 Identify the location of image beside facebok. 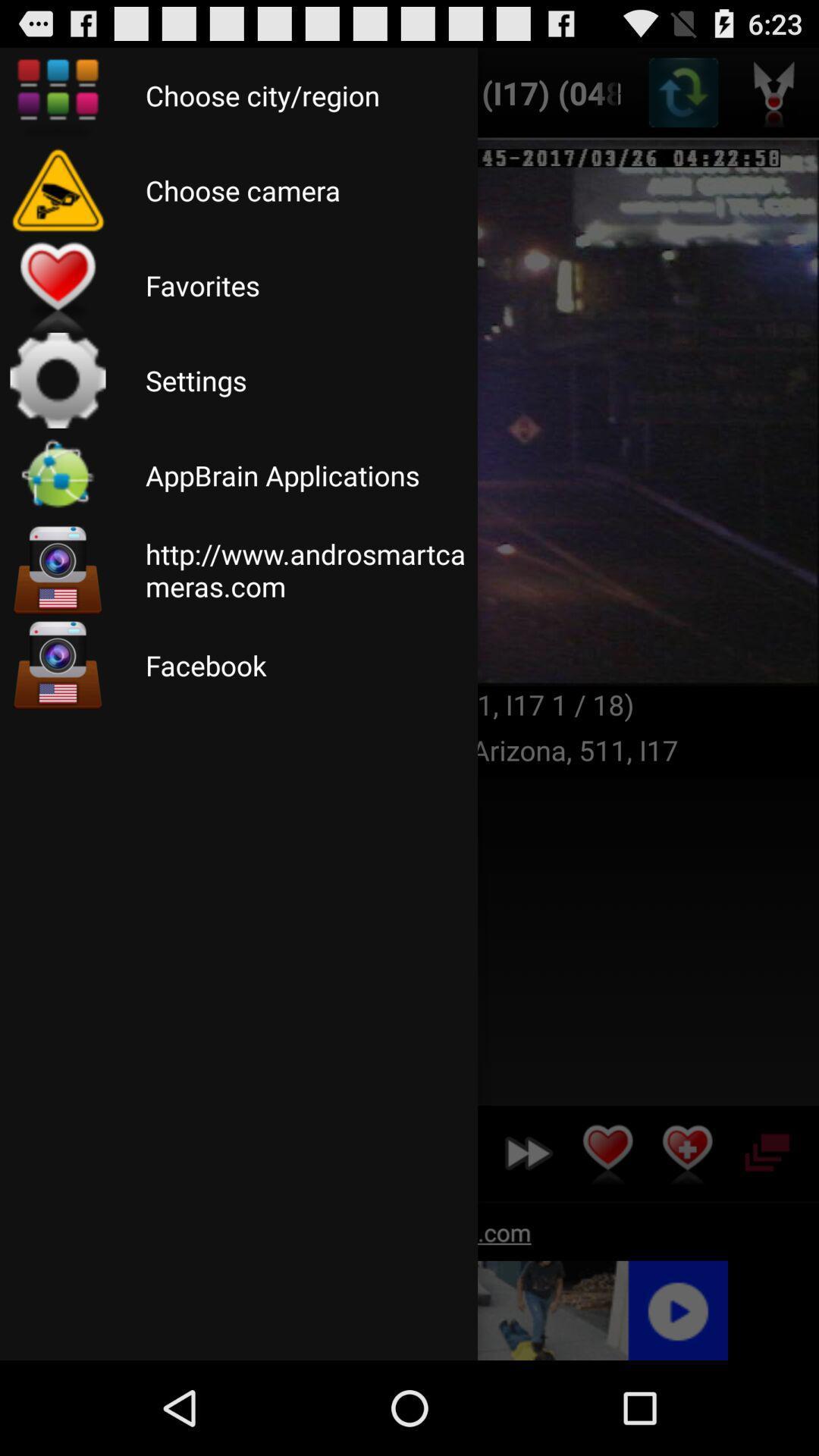
(58, 666).